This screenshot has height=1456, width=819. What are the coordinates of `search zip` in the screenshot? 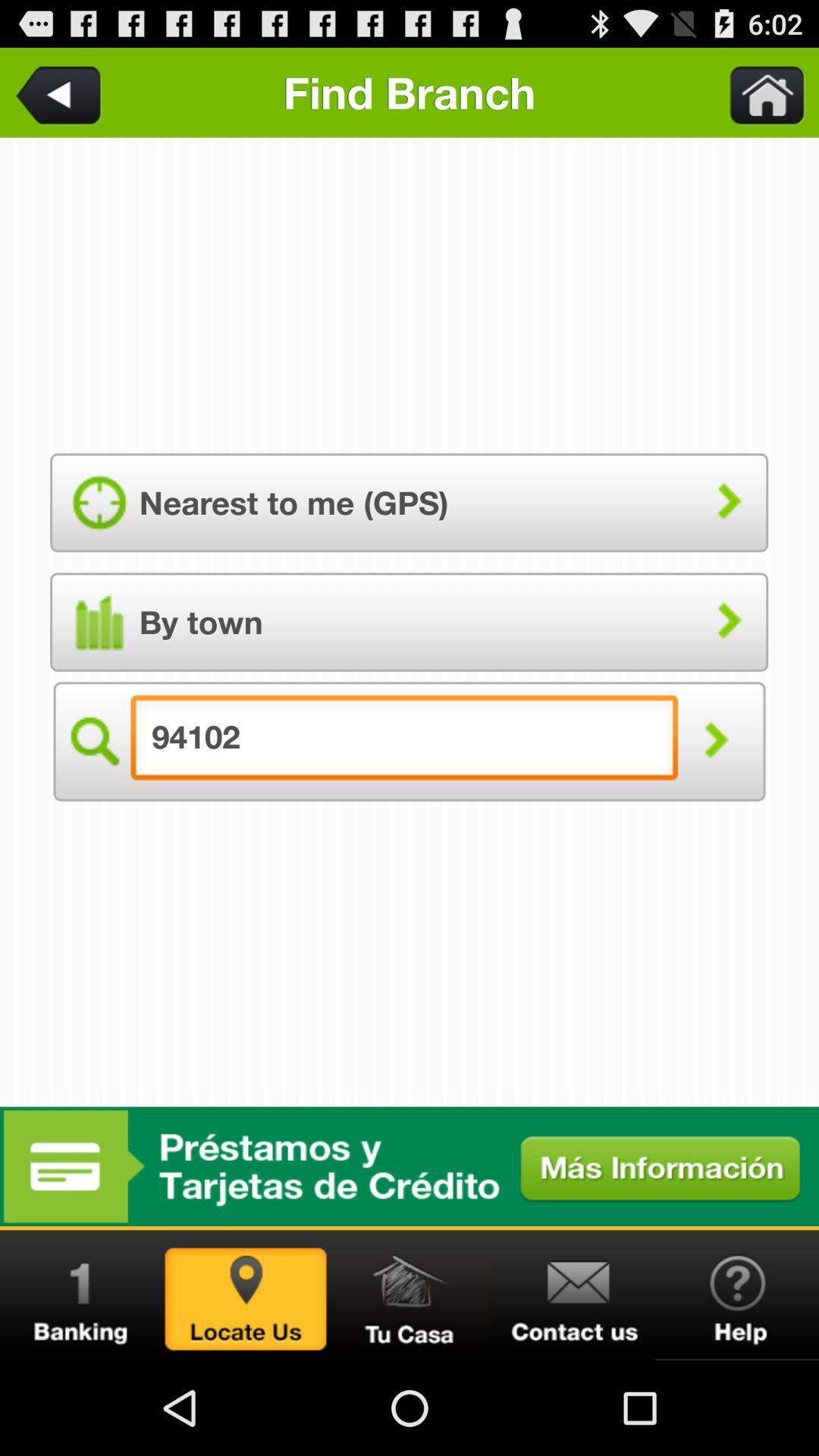 It's located at (245, 1294).